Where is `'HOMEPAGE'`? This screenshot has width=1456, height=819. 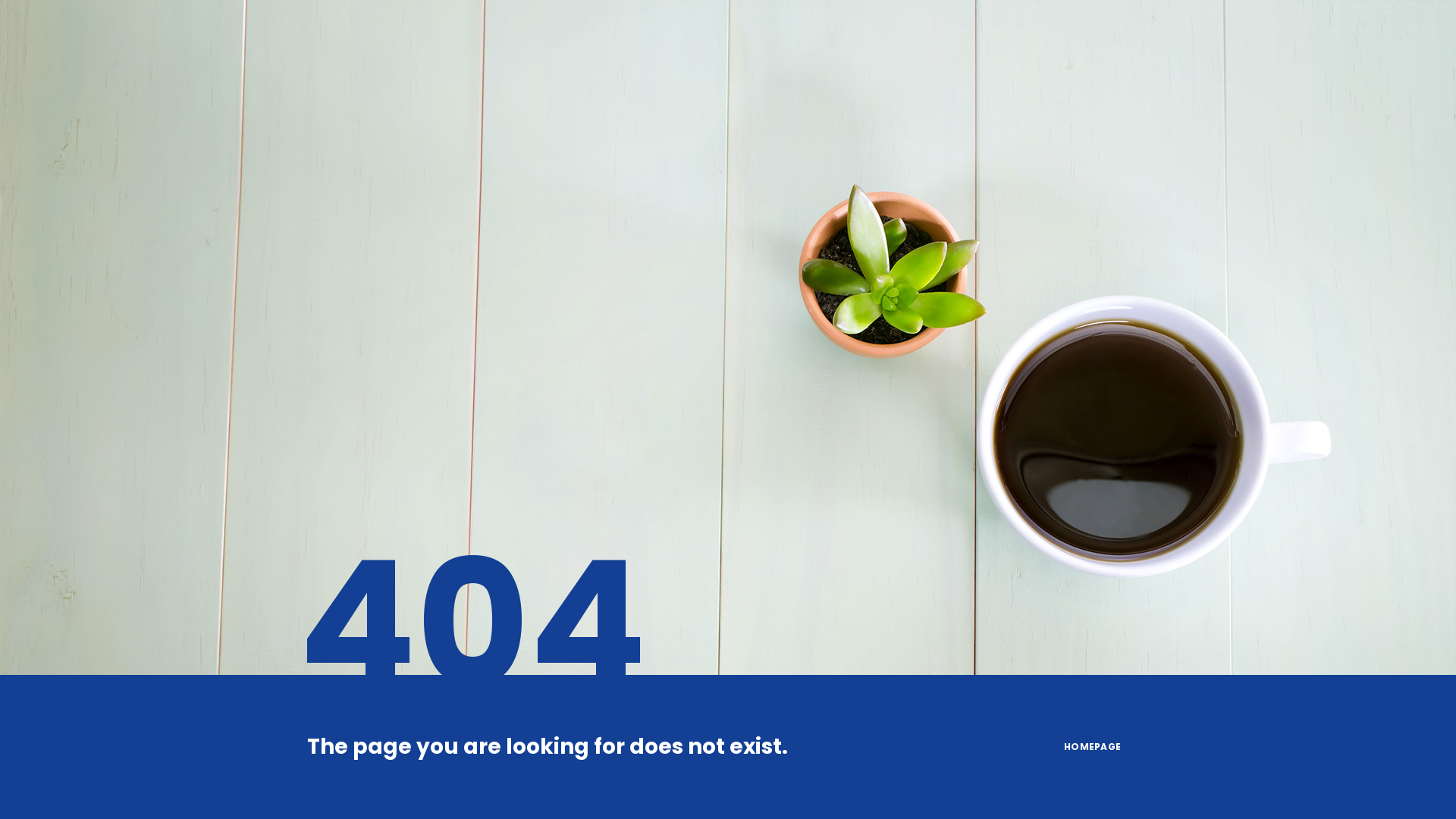 'HOMEPAGE' is located at coordinates (1093, 745).